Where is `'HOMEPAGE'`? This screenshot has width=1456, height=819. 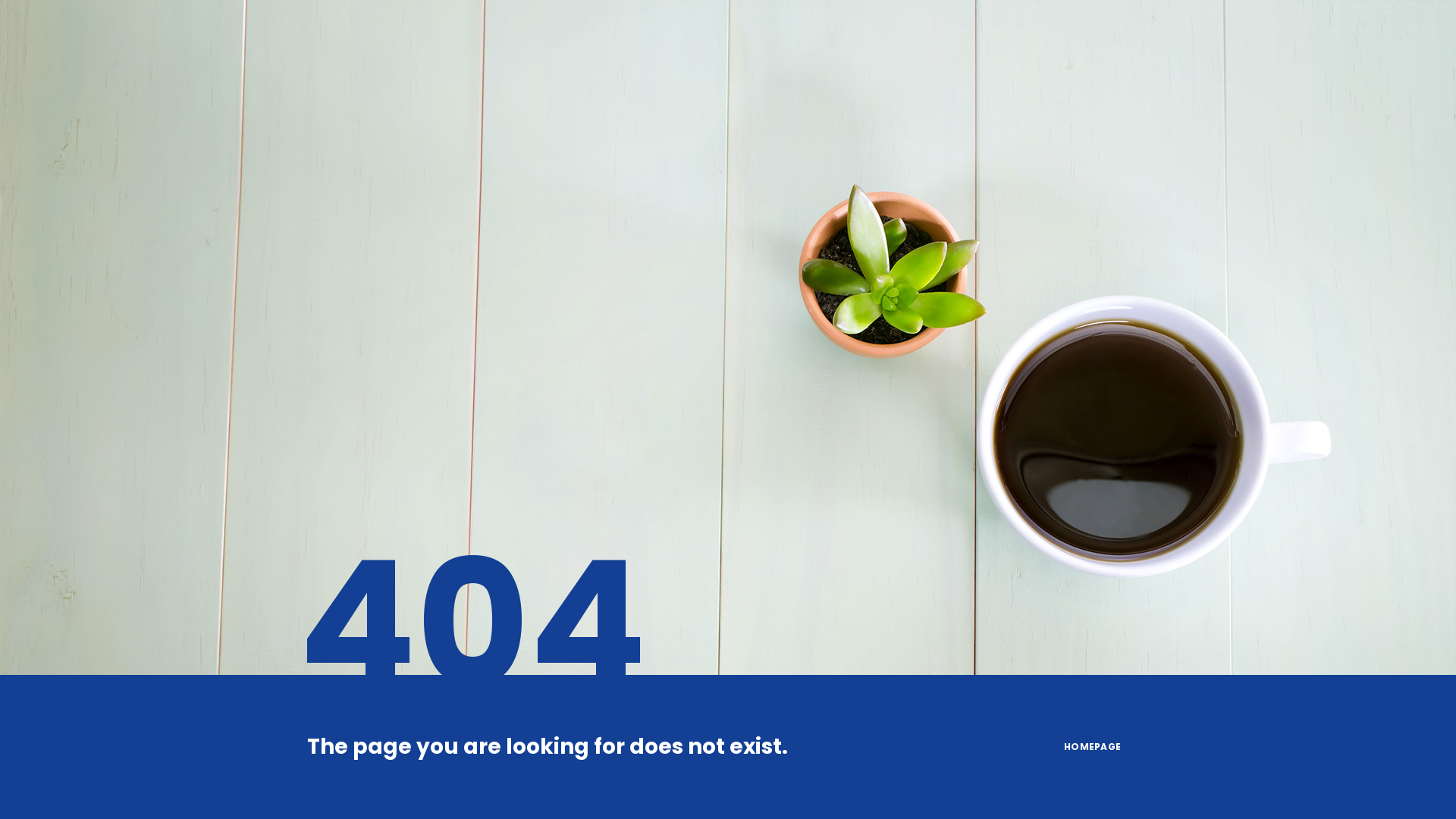 'HOMEPAGE' is located at coordinates (1093, 745).